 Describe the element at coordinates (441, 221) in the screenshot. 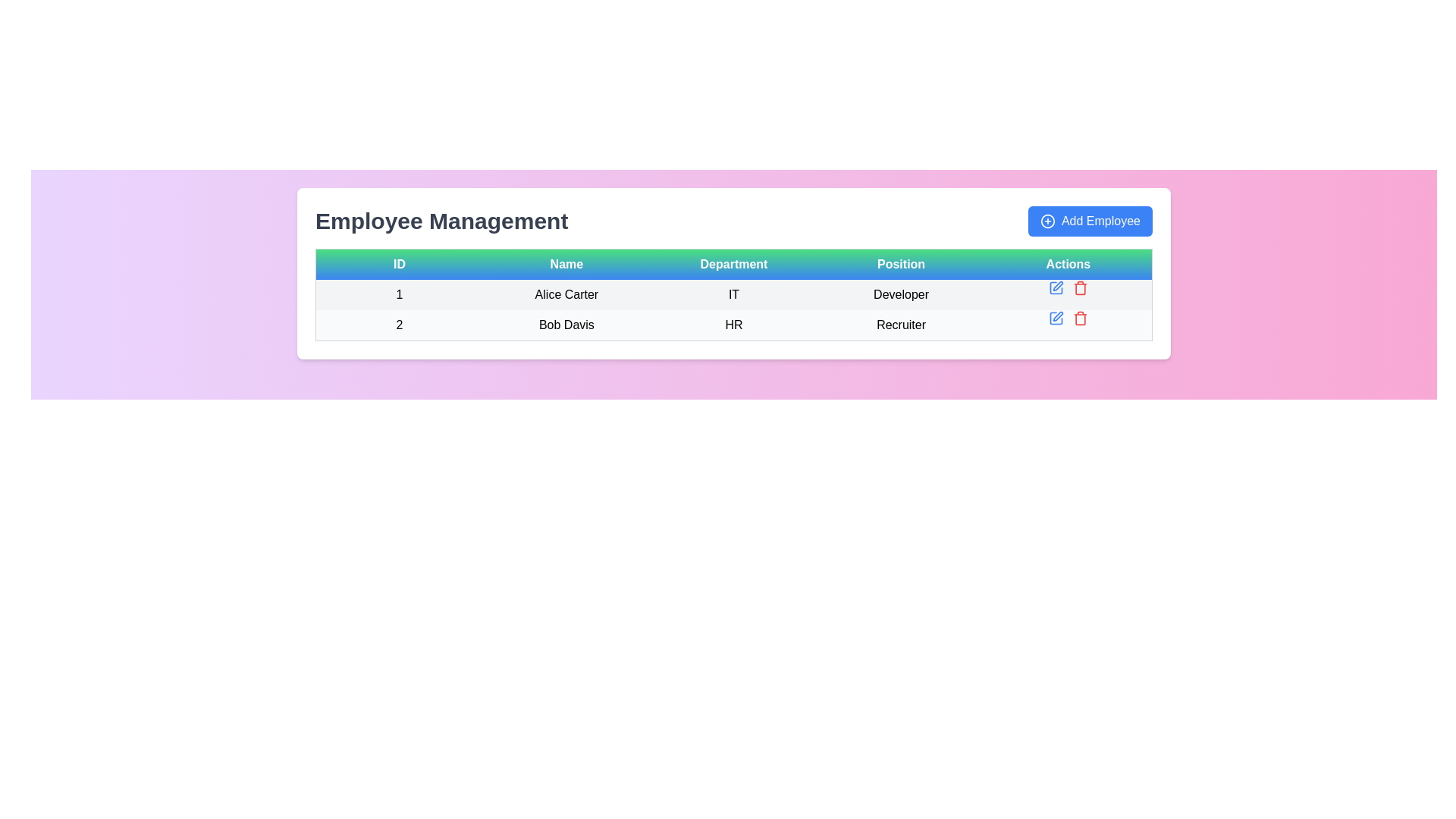

I see `the 'Employee Management' text label, which serves as a section header indicating the context of the content below` at that location.